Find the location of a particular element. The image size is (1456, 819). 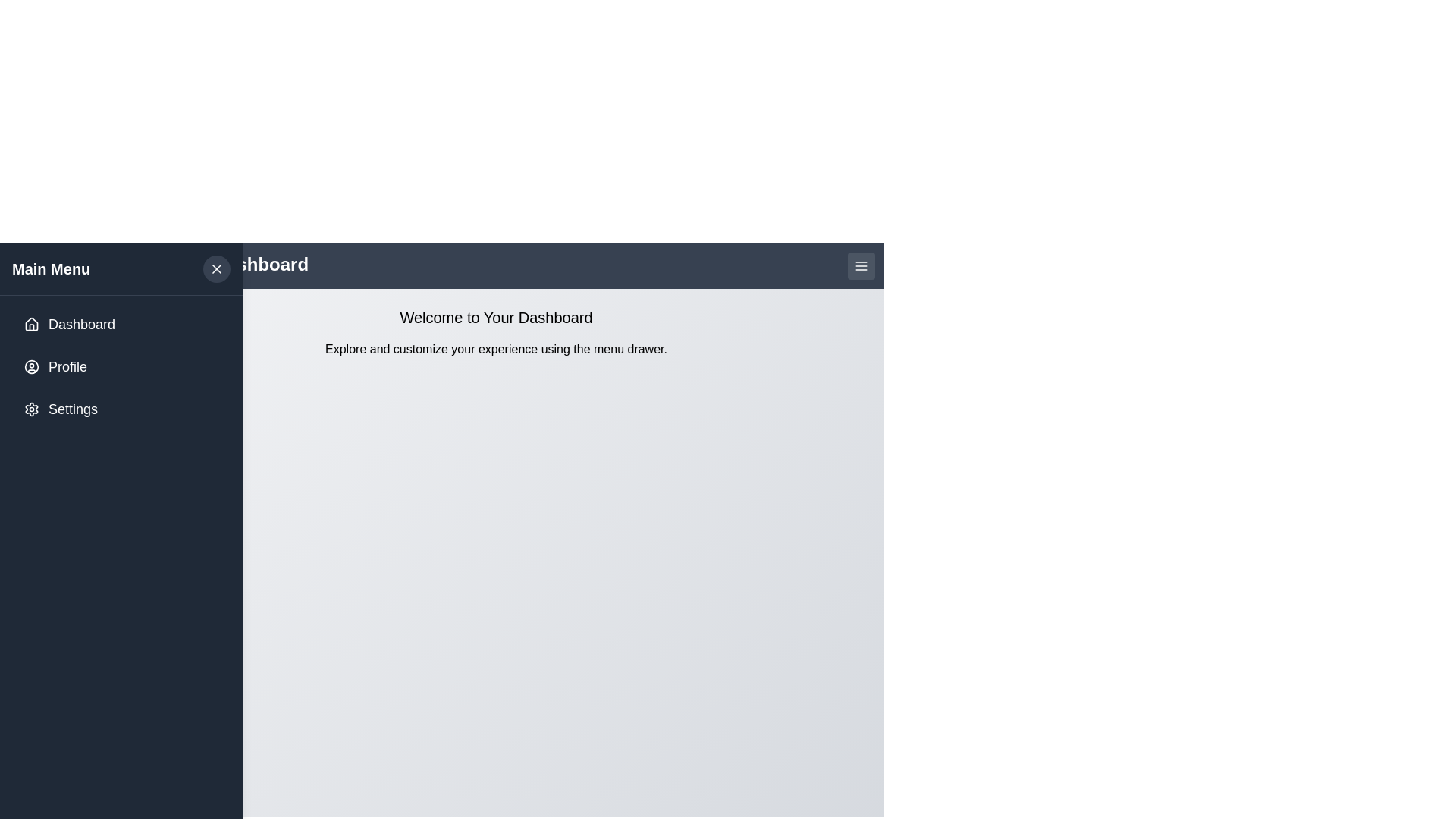

the button located at the top-right corner of the header bar is located at coordinates (861, 265).